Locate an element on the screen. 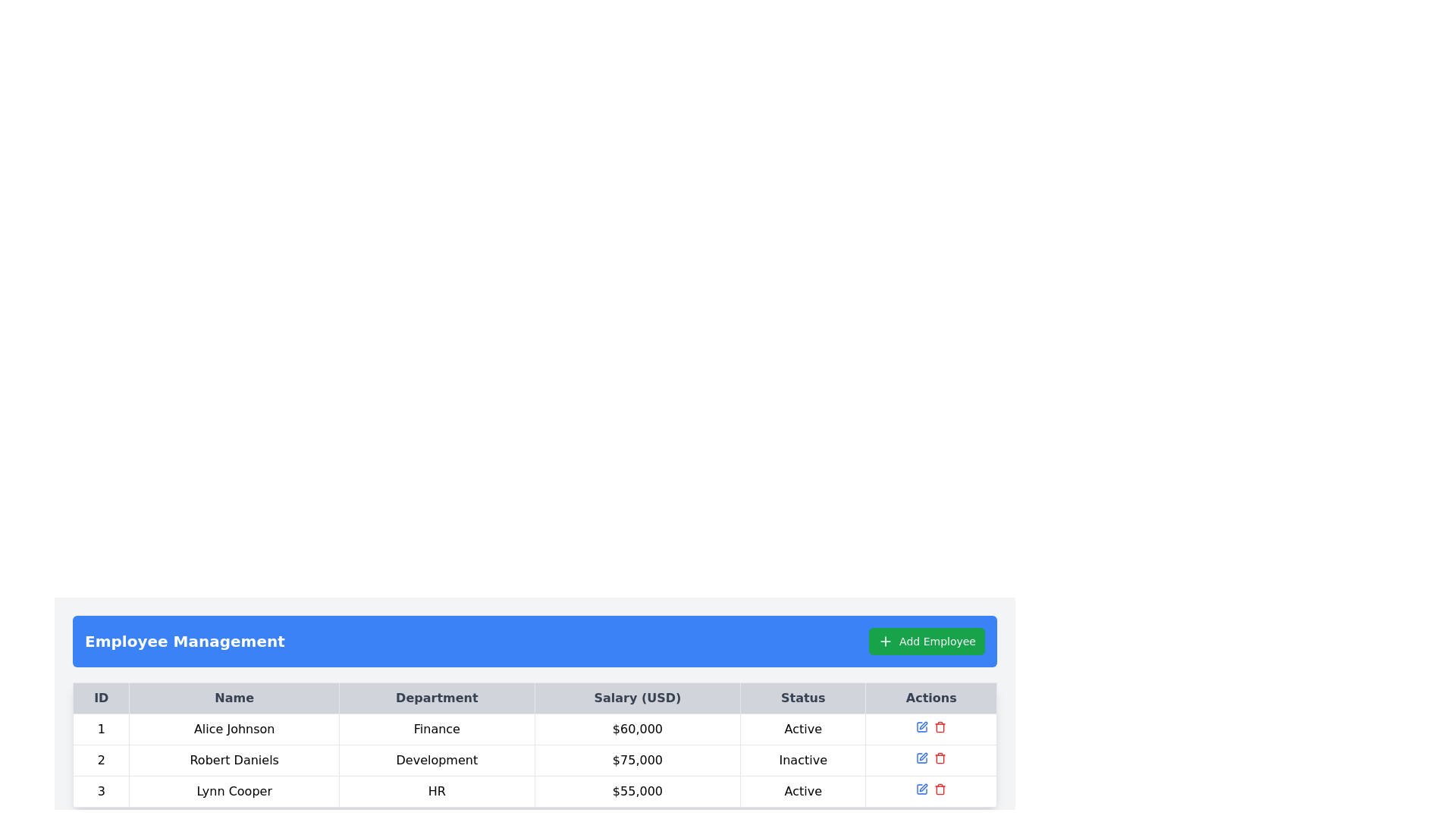 The width and height of the screenshot is (1456, 819). the 'Add Employee' button, which is styled with a green background and white text, located within the 'Employee Management' section is located at coordinates (926, 641).